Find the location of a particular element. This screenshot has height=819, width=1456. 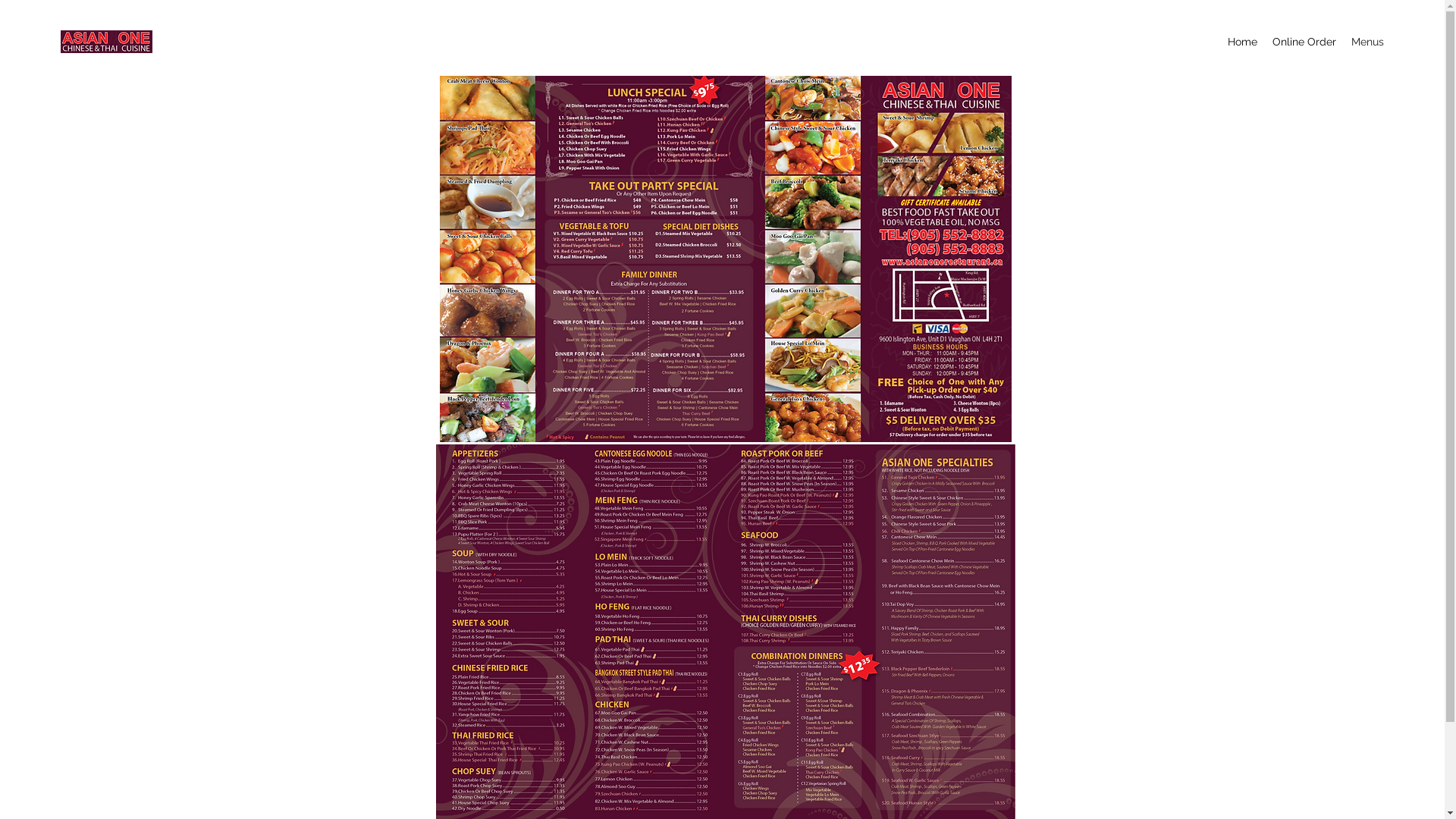

'Screen Shot 2022-06-26 at 1.35.12 PM.png' is located at coordinates (439, 256).